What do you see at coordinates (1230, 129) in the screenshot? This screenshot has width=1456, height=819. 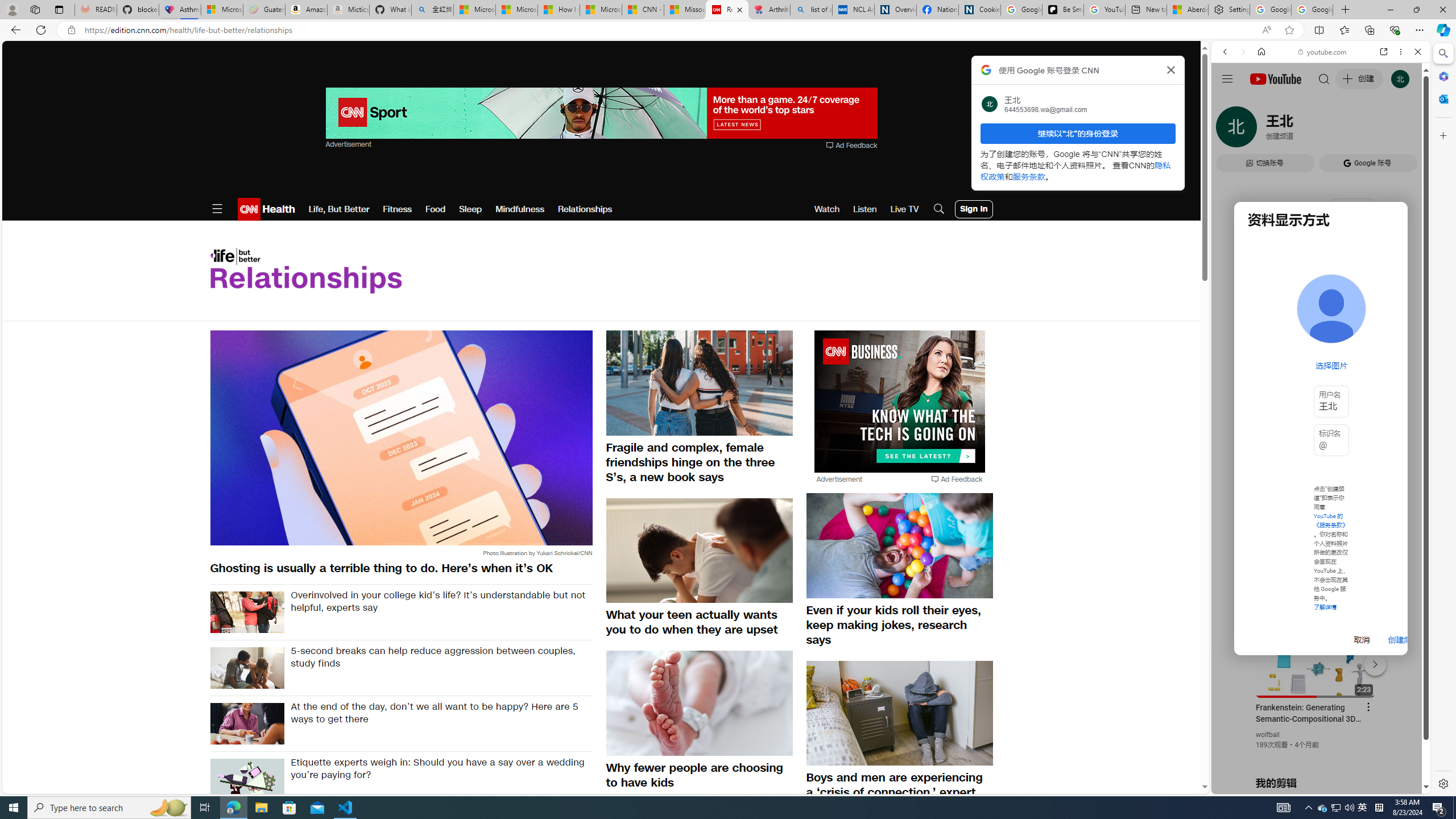 I see `'Search Filter, WEB'` at bounding box center [1230, 129].